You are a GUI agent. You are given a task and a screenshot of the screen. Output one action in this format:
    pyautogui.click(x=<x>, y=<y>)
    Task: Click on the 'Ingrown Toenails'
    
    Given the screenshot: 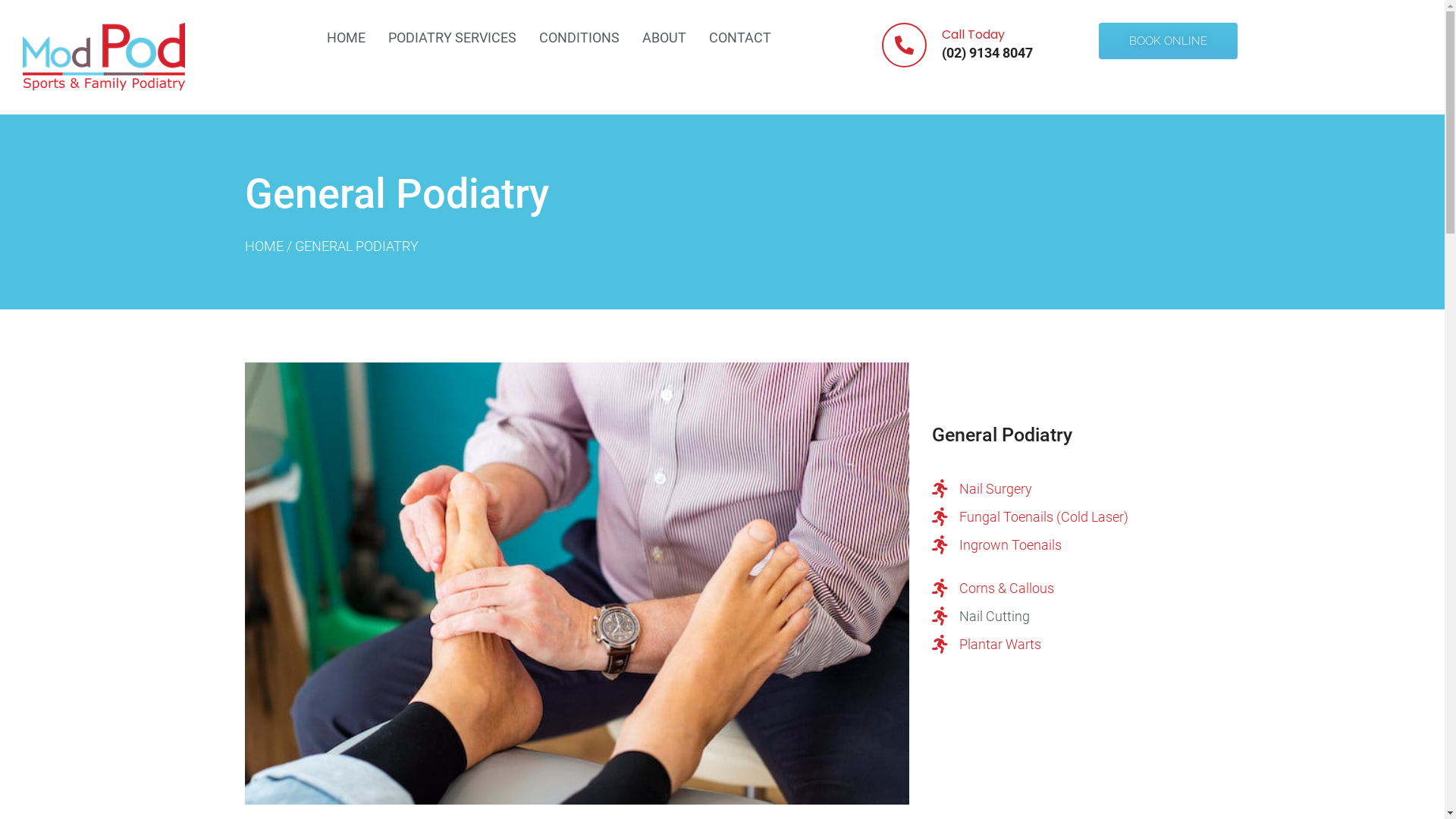 What is the action you would take?
    pyautogui.click(x=1061, y=544)
    